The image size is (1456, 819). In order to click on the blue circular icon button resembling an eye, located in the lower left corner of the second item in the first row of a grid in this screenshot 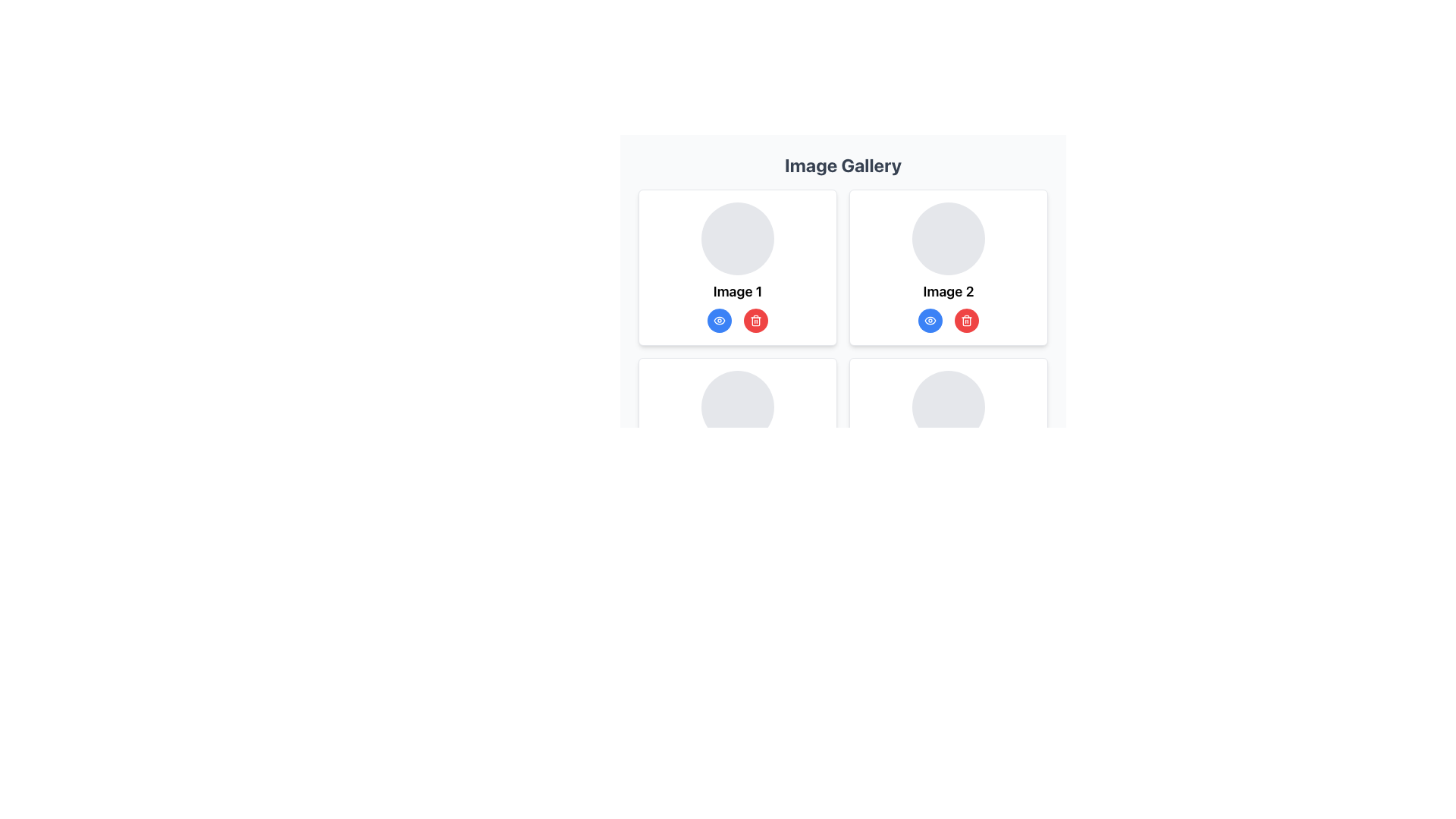, I will do `click(930, 320)`.